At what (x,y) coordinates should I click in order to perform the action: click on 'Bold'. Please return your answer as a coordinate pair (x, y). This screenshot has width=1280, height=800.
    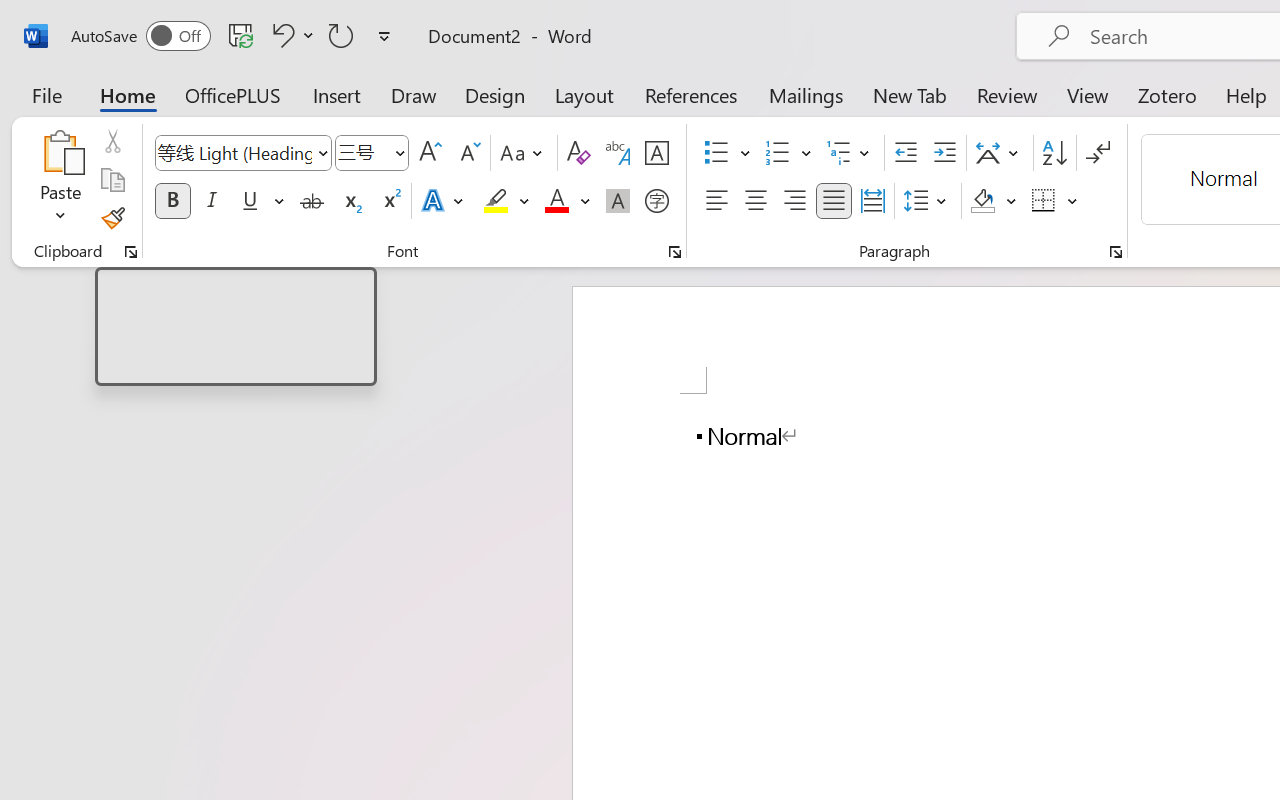
    Looking at the image, I should click on (172, 201).